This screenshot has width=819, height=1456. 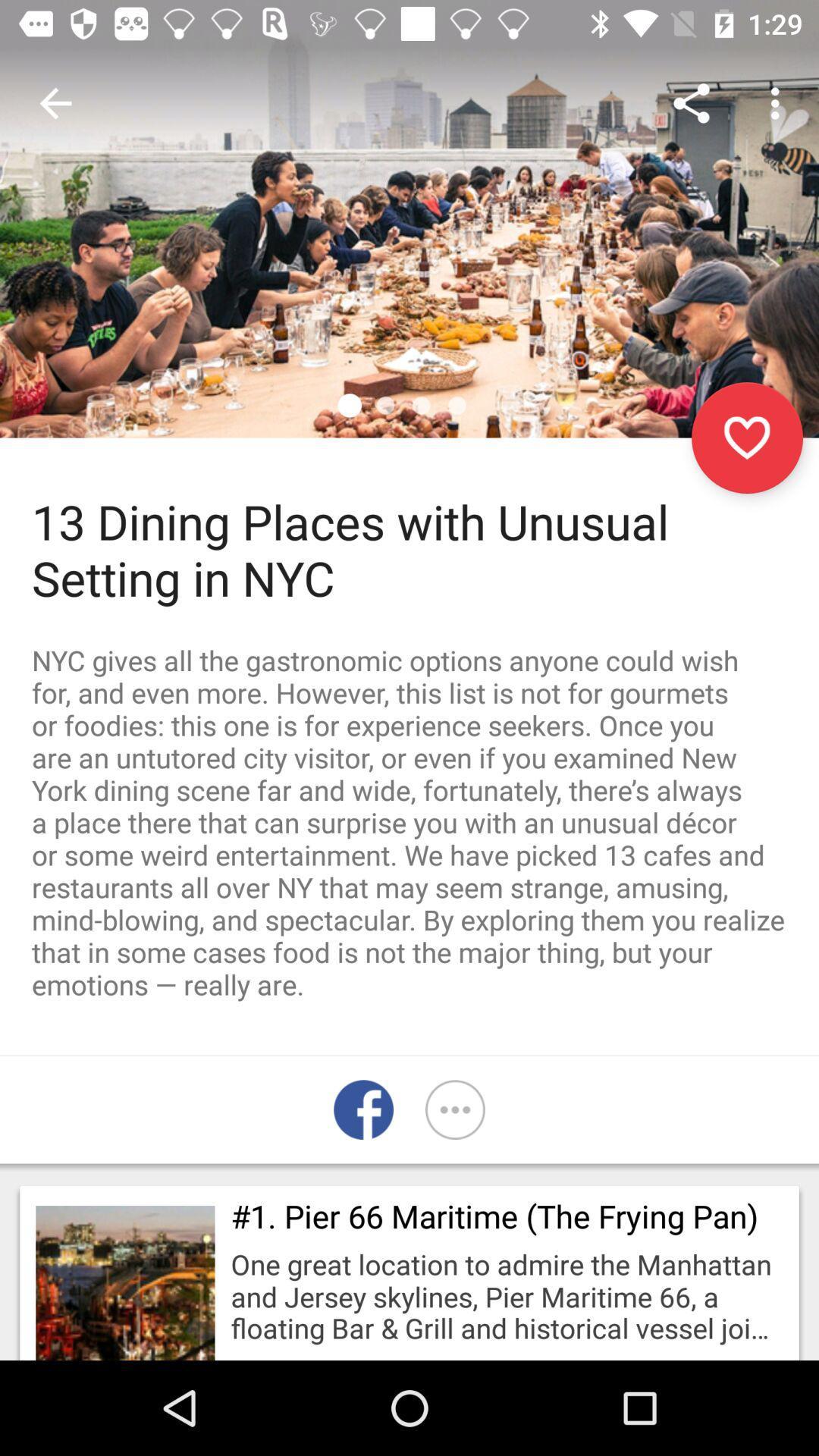 What do you see at coordinates (746, 437) in the screenshot?
I see `to favorite` at bounding box center [746, 437].